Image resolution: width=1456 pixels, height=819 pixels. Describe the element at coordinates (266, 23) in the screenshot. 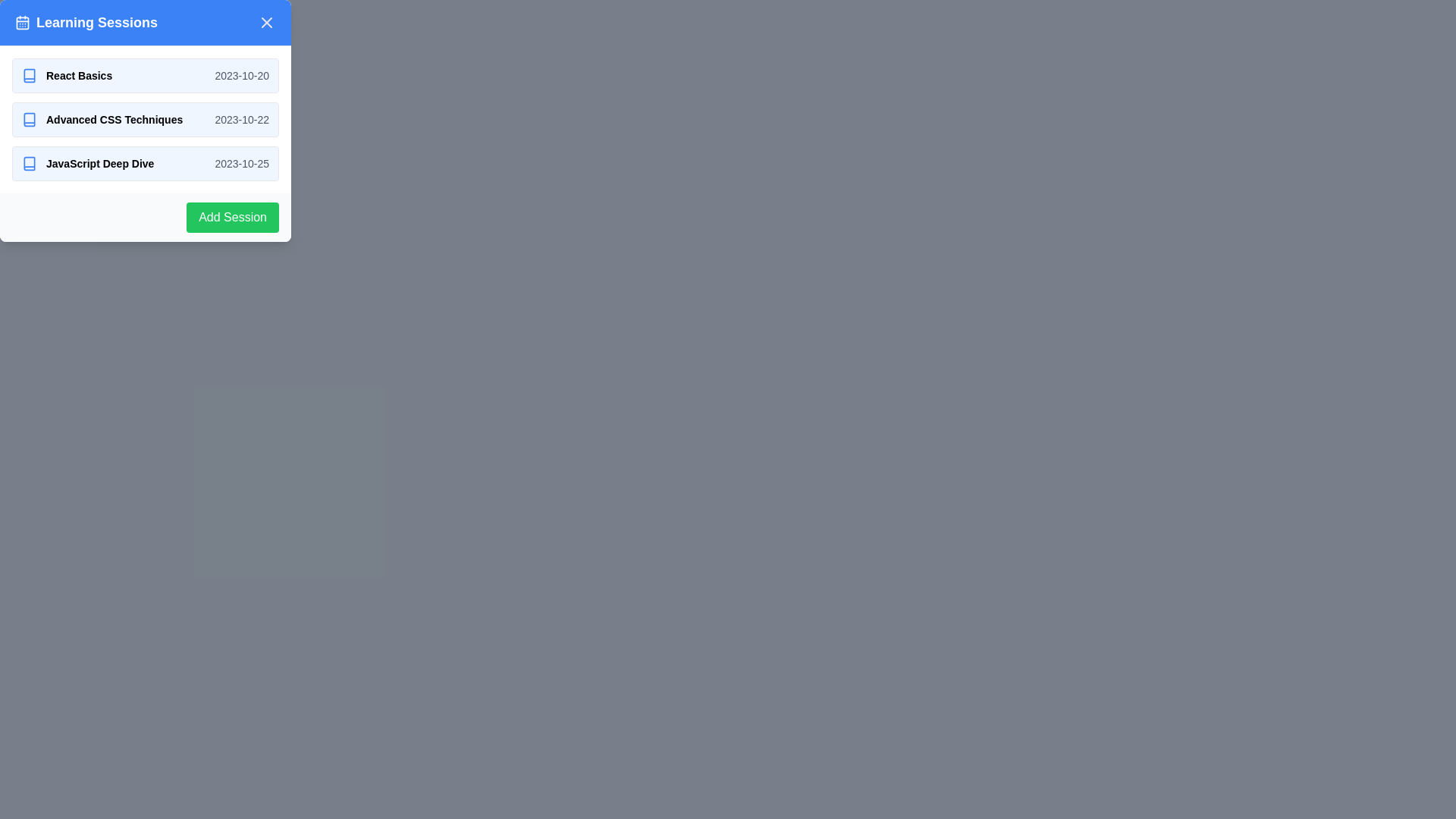

I see `the close button (X icon) in the upper right corner of the 'Learning Sessions' header using keyboard navigation` at that location.